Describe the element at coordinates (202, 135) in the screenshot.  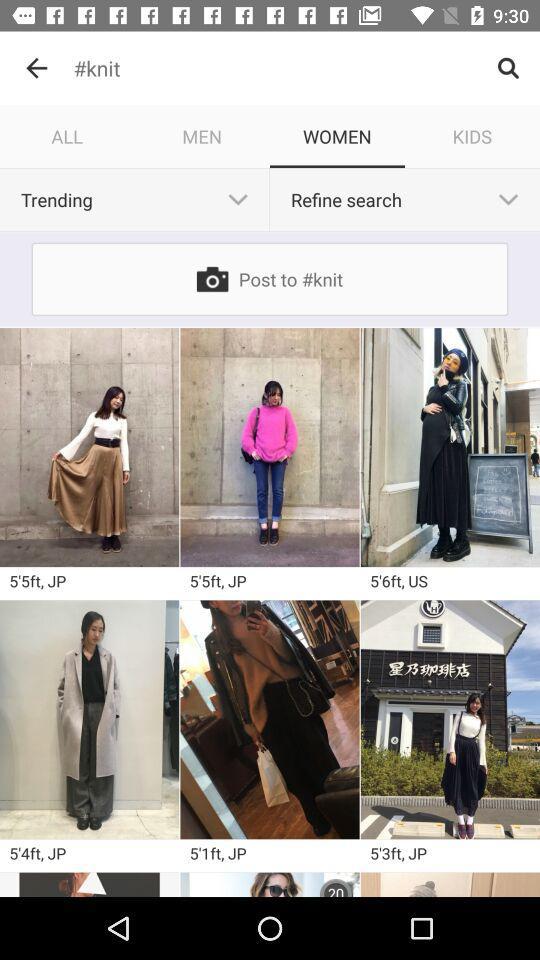
I see `the men item` at that location.